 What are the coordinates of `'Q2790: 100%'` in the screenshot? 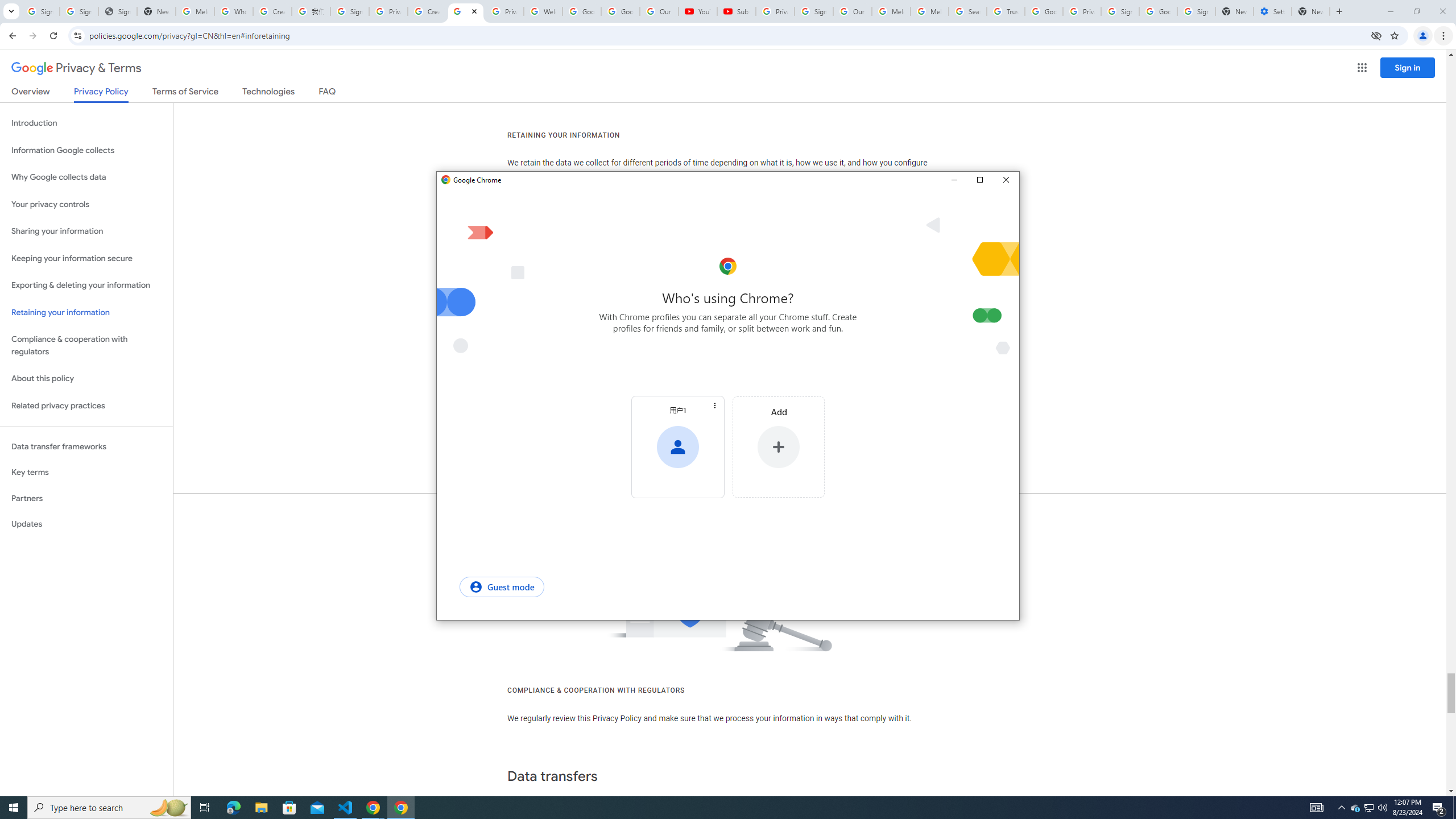 It's located at (1317, 806).